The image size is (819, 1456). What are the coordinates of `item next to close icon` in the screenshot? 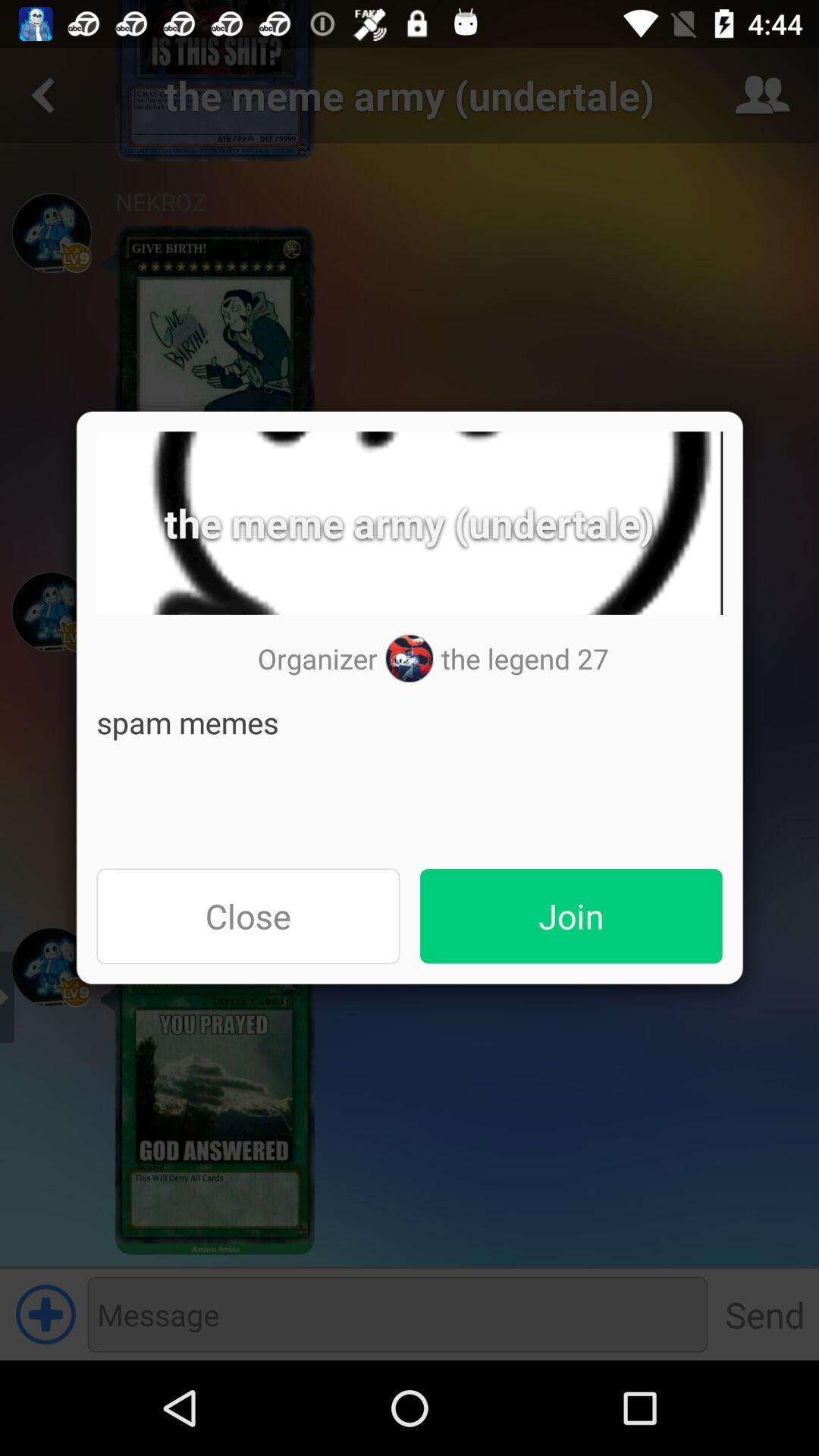 It's located at (571, 915).